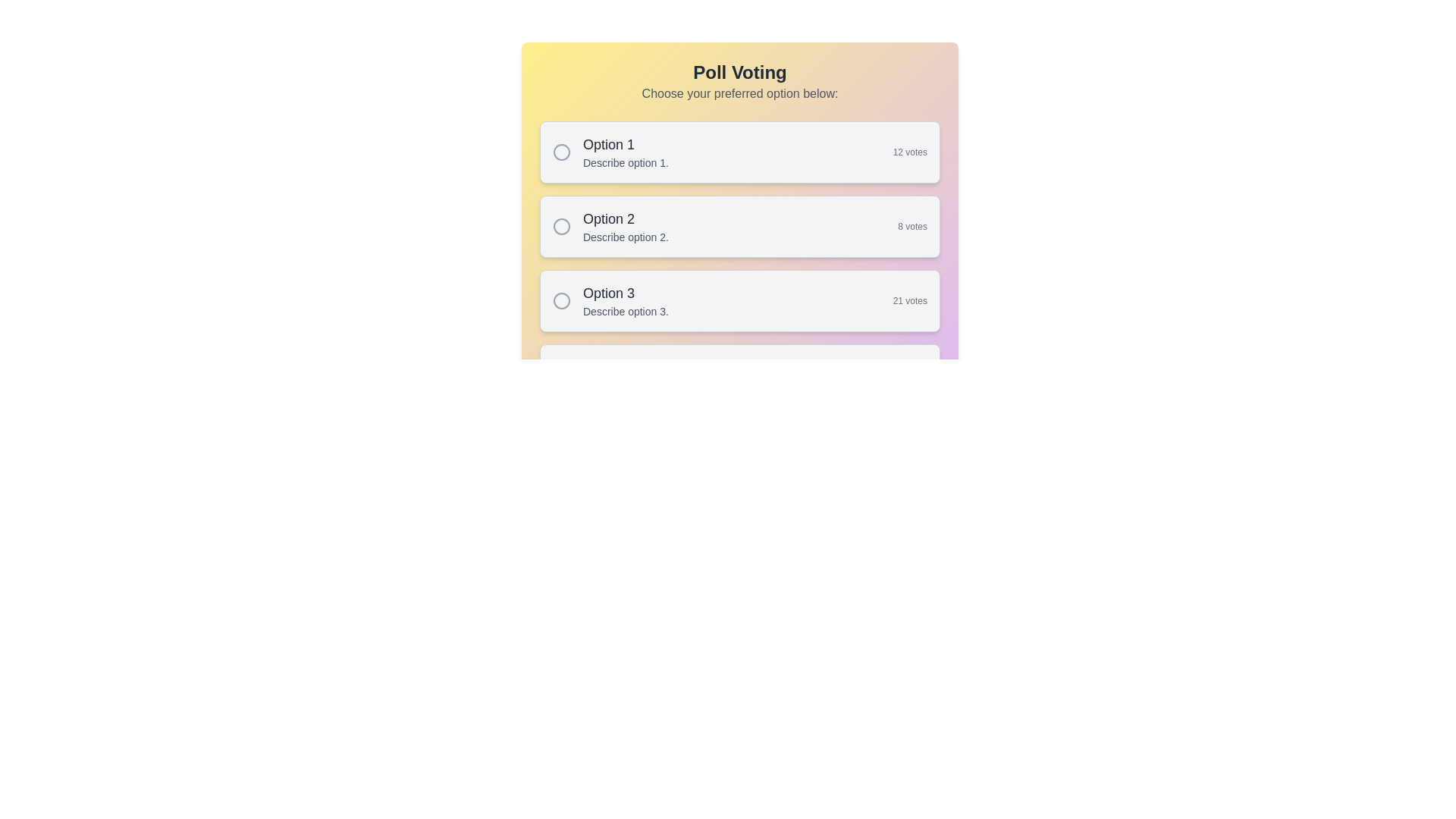 Image resolution: width=1456 pixels, height=819 pixels. Describe the element at coordinates (912, 227) in the screenshot. I see `the static text display that shows '8 votes', styled as 'text-xs' and 'text-gray-500', located in the top-right corner of the second option card, next to 'Describe option 2'` at that location.